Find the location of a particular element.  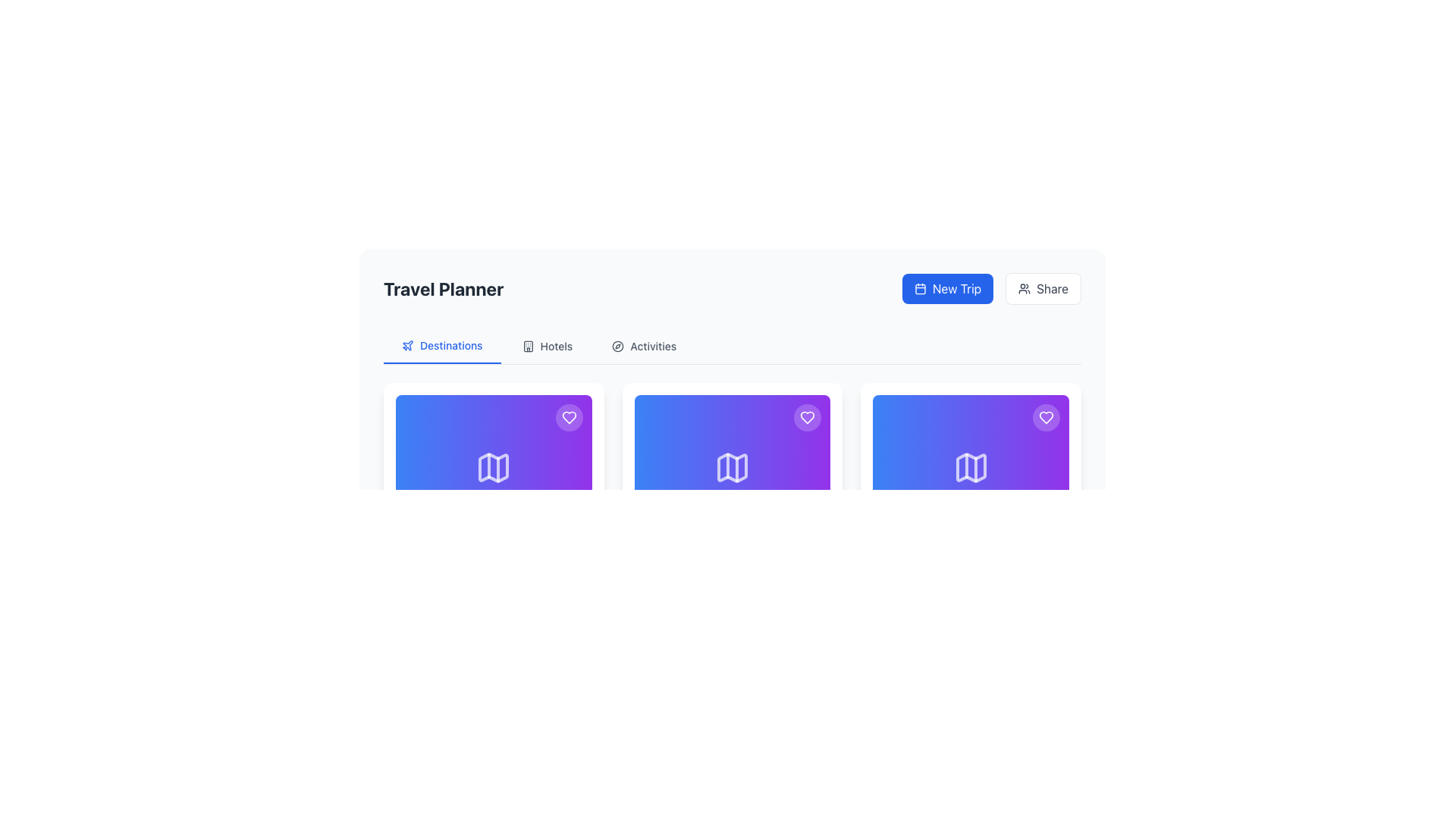

the circular graphic element within the compass icon for decorative or informational purposes, located at the center of the SVG element is located at coordinates (618, 346).